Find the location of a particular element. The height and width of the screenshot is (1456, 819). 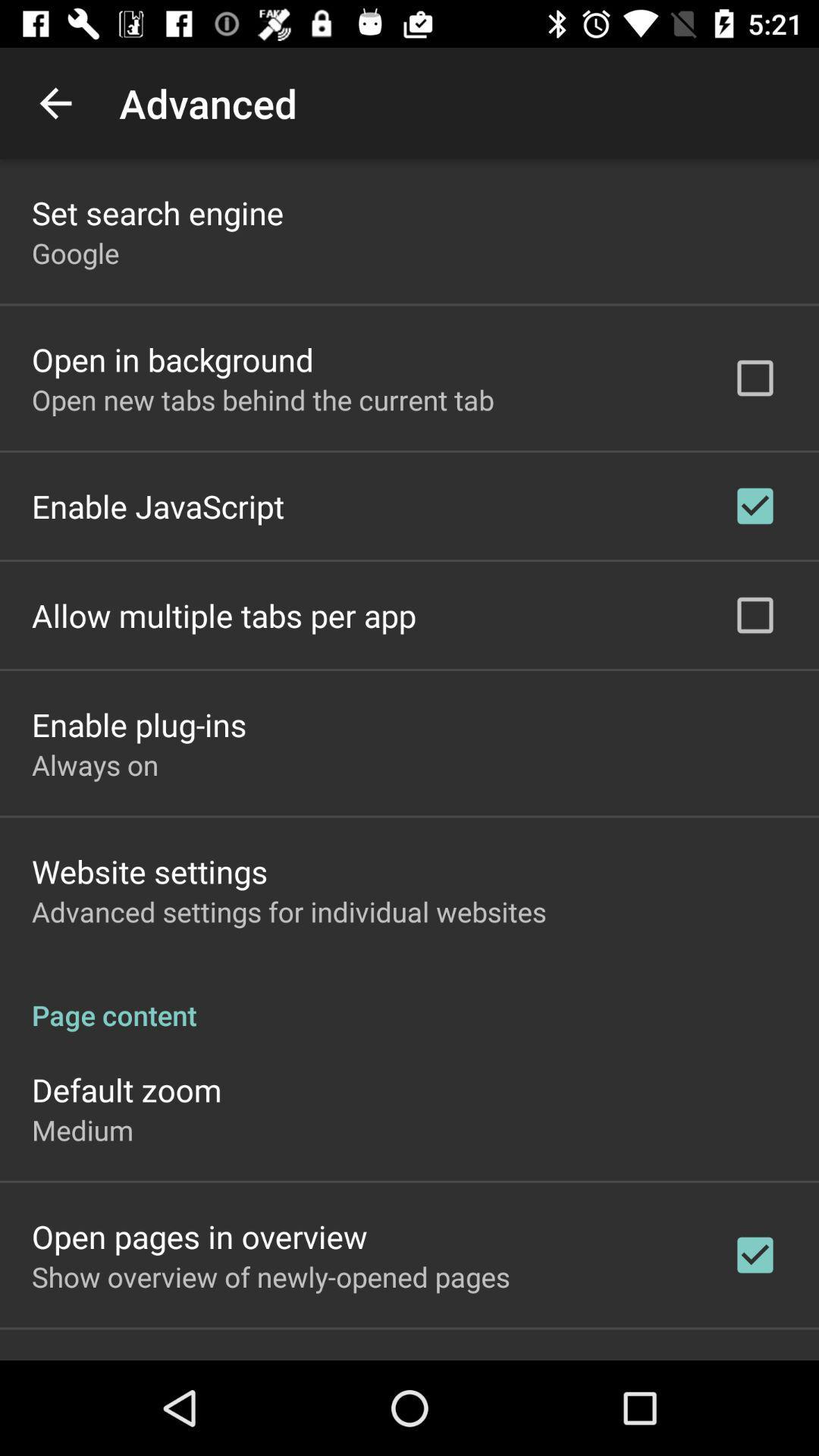

show overview of item is located at coordinates (270, 1276).